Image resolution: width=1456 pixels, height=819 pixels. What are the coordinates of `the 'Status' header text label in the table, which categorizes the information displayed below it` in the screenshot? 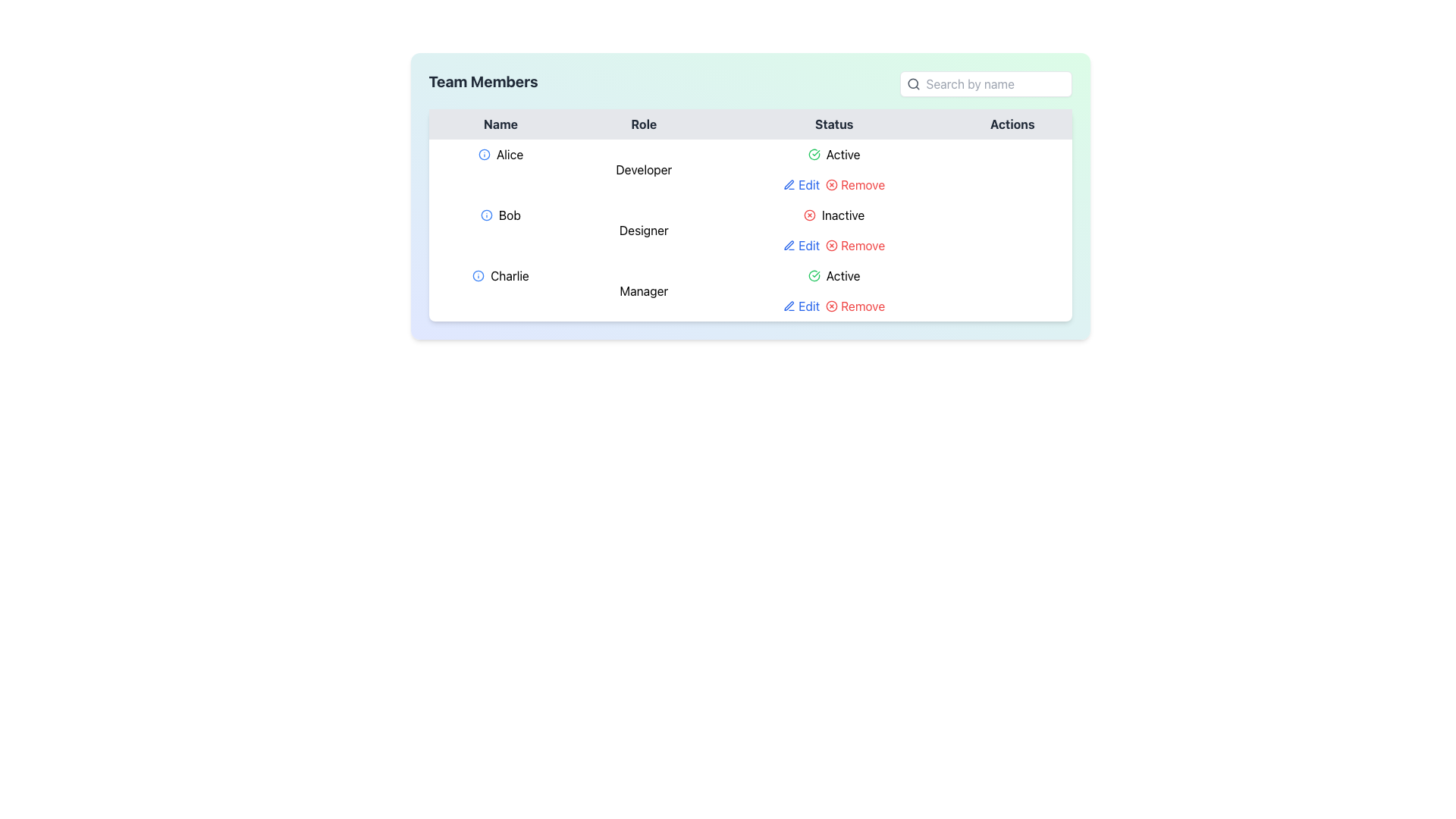 It's located at (833, 124).